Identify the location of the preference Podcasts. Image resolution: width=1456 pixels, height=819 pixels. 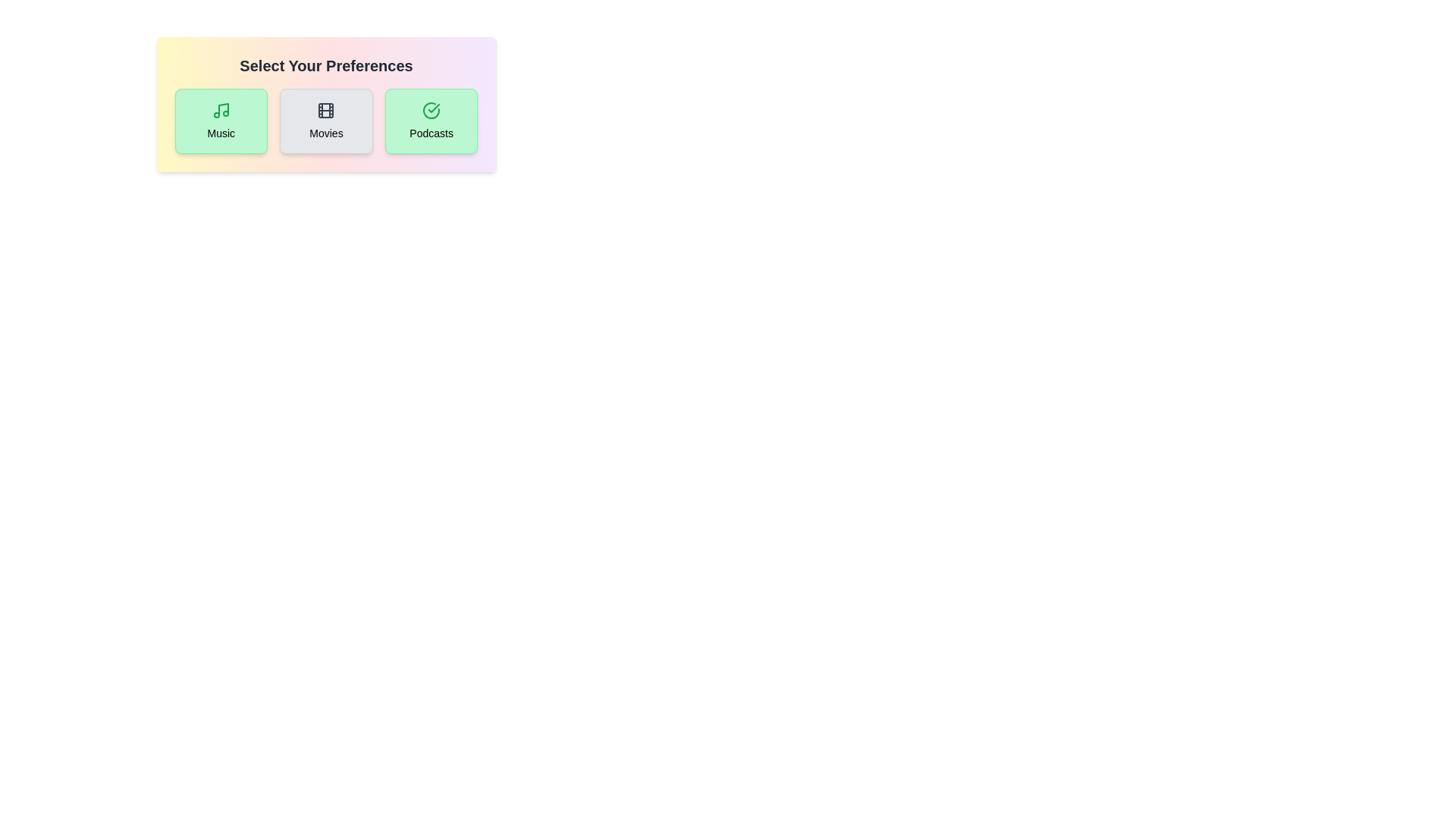
(431, 120).